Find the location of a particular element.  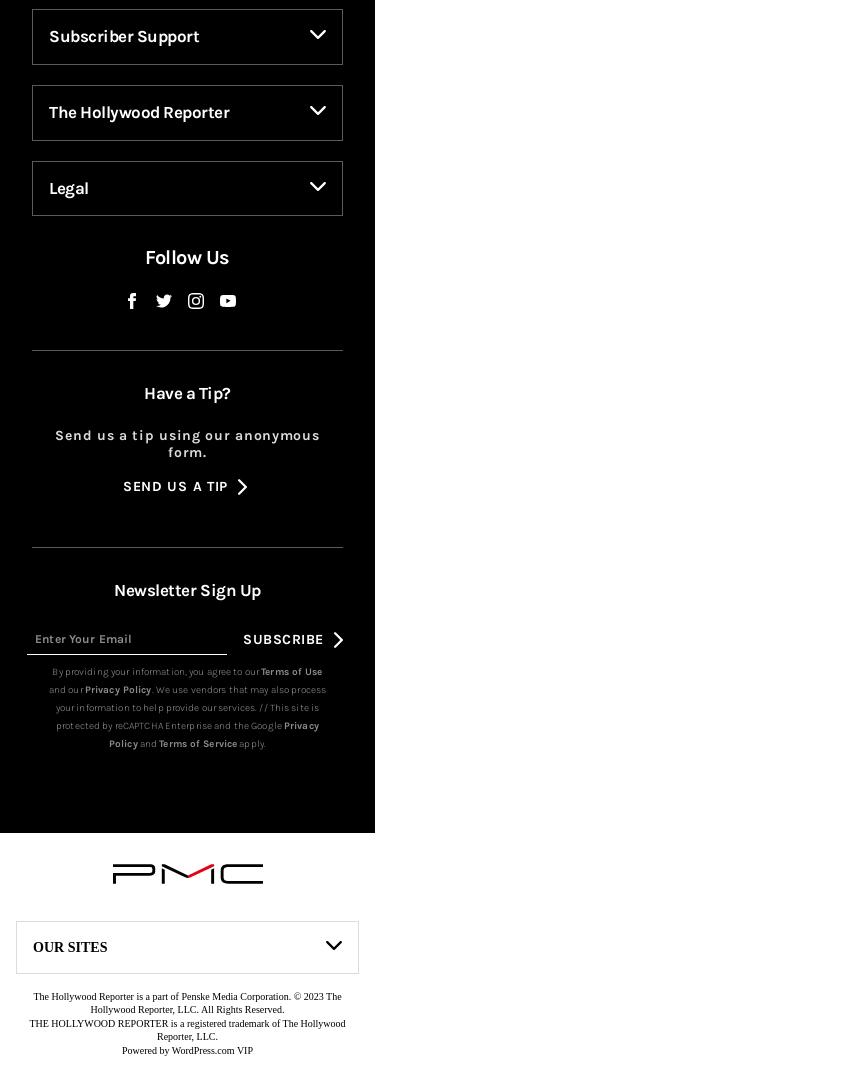

'Our Sites' is located at coordinates (69, 977).